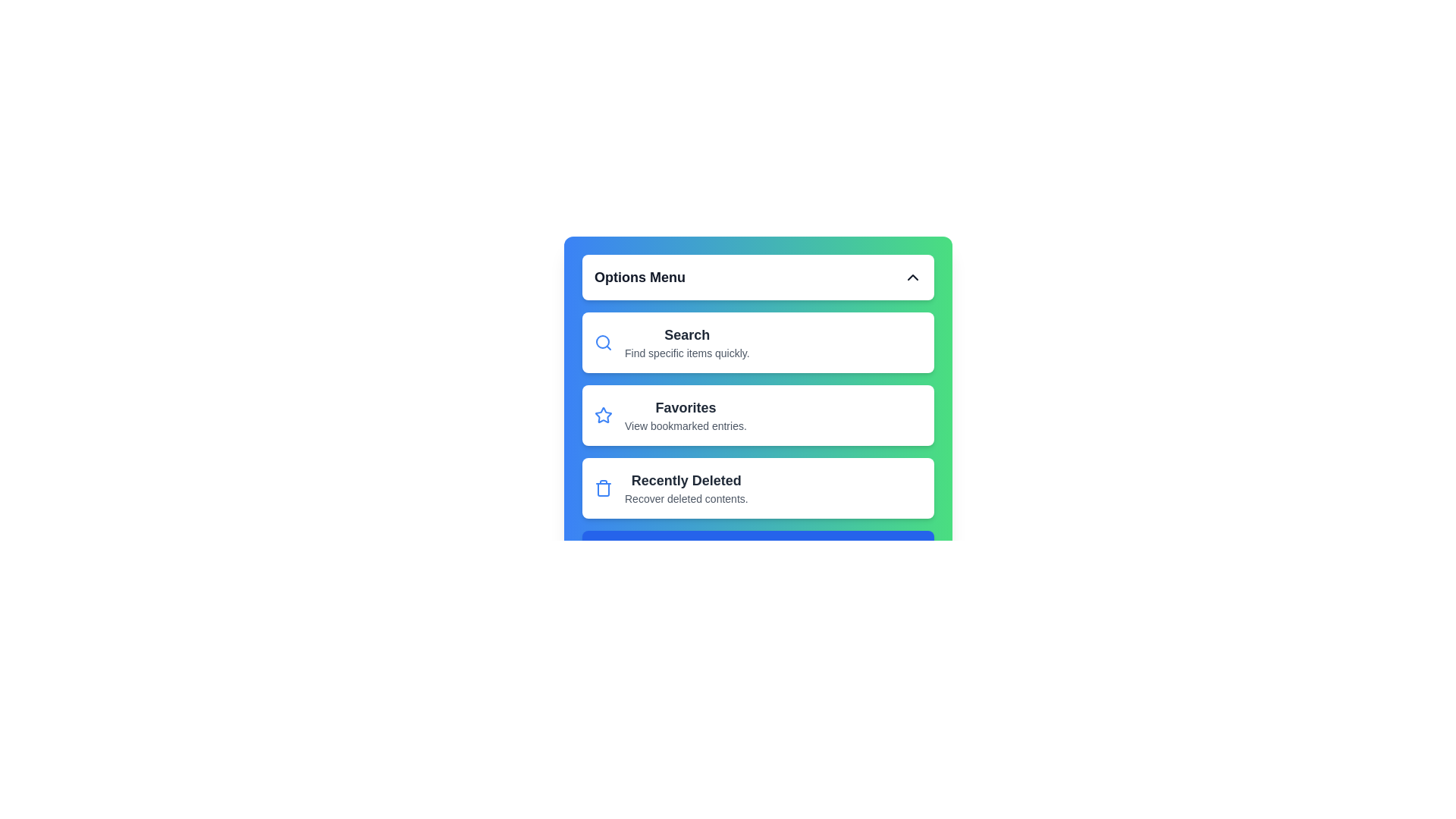 This screenshot has height=819, width=1456. Describe the element at coordinates (602, 342) in the screenshot. I see `the decorative SVG circle element at the center of the magnifying glass icon, which is part of the 'Search' option in the menu` at that location.